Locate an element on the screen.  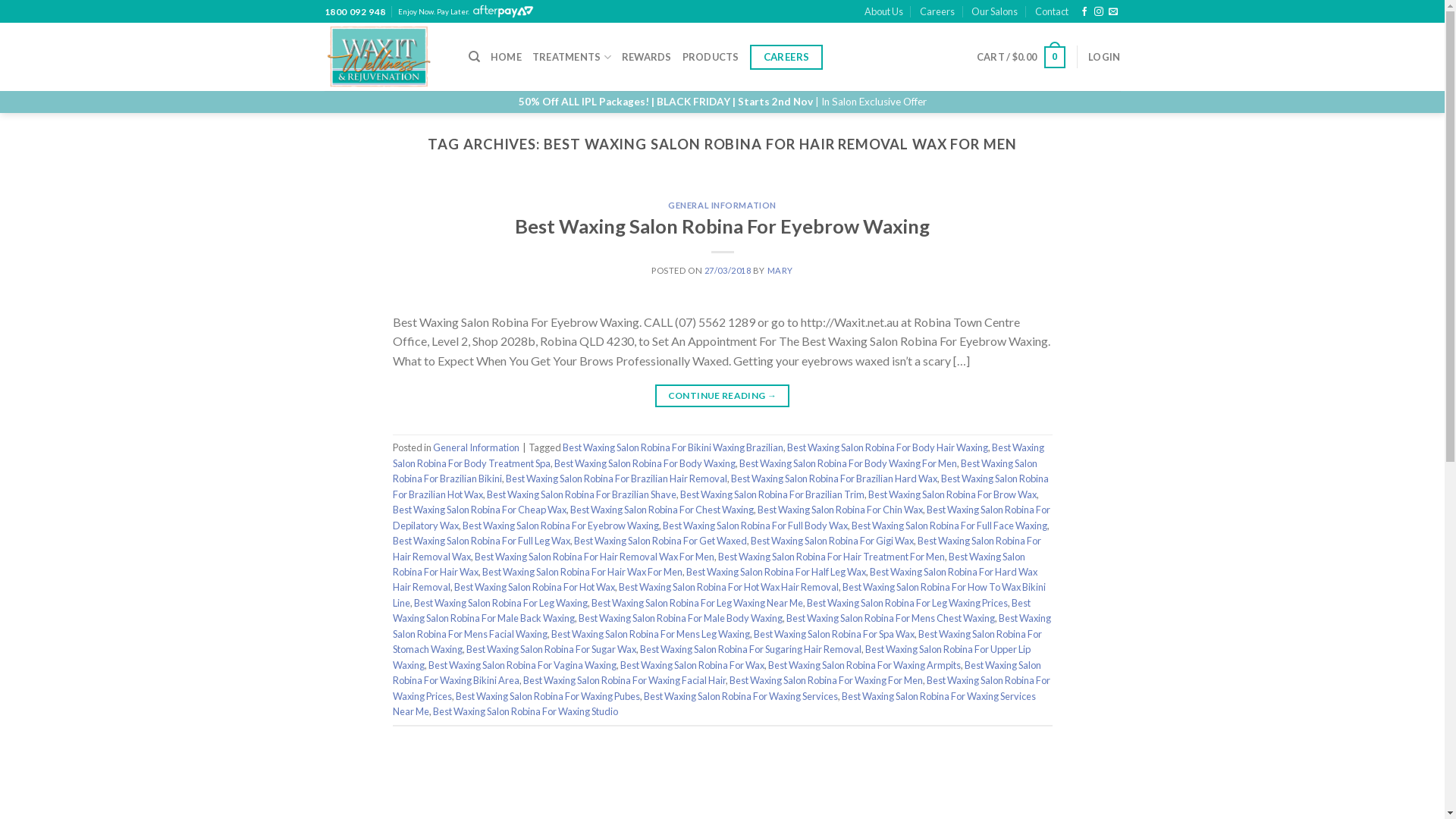
'Best Waxing Salon Robina For Mens Chest Waxing' is located at coordinates (890, 617).